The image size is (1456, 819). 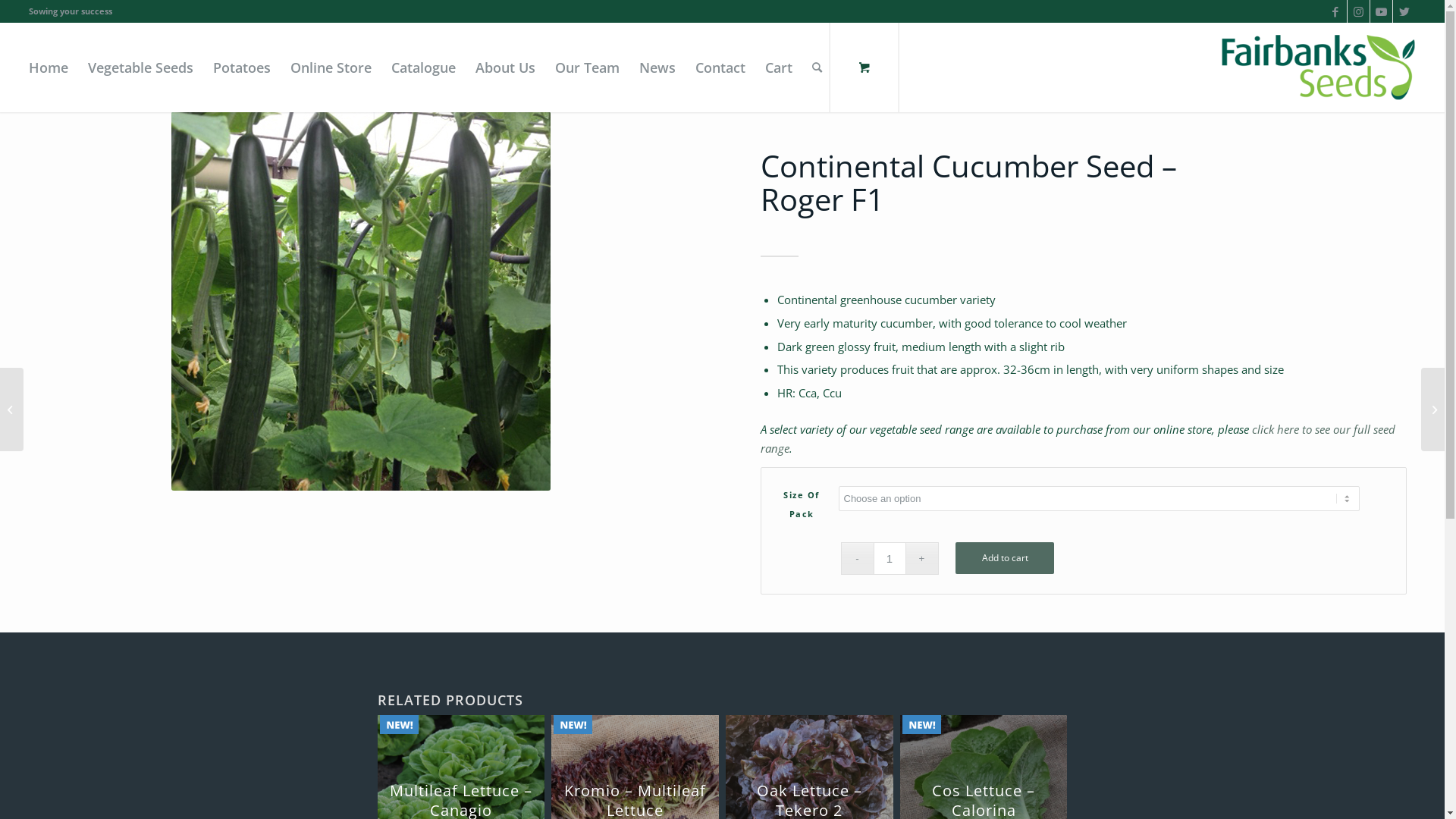 I want to click on 'Facebook', so click(x=1335, y=11).